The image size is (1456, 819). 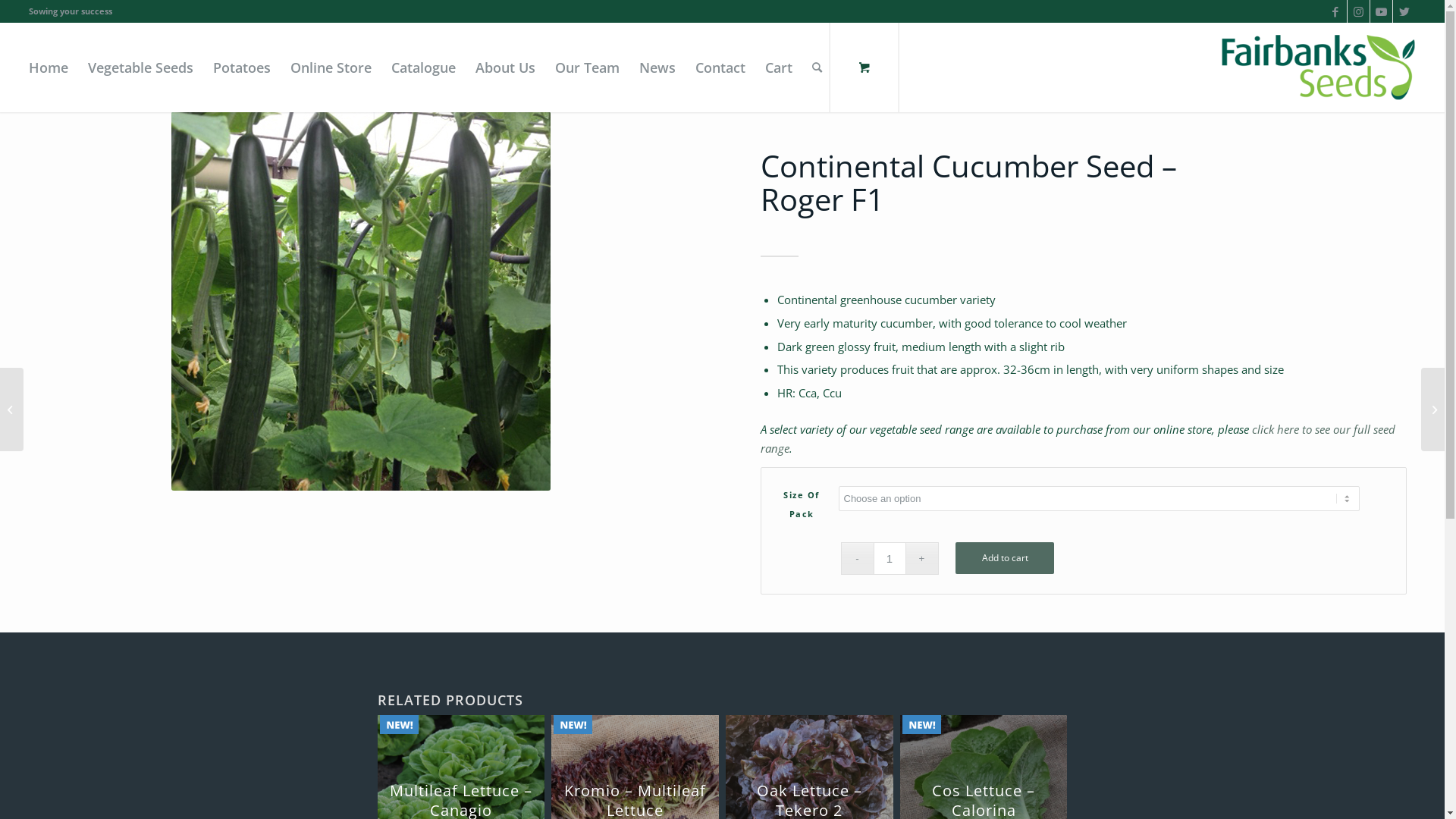 I want to click on 'Facebook', so click(x=1335, y=11).